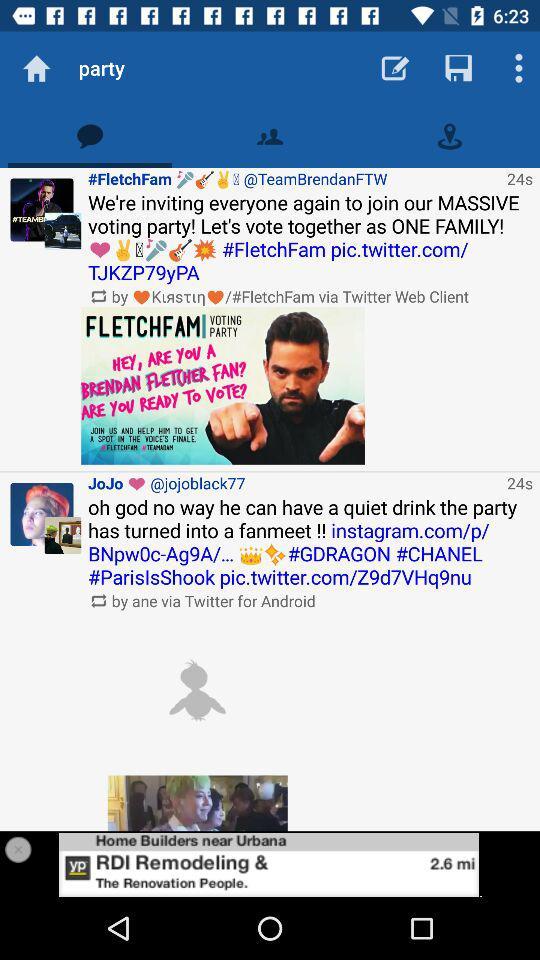 This screenshot has width=540, height=960. Describe the element at coordinates (270, 135) in the screenshot. I see `contact option` at that location.